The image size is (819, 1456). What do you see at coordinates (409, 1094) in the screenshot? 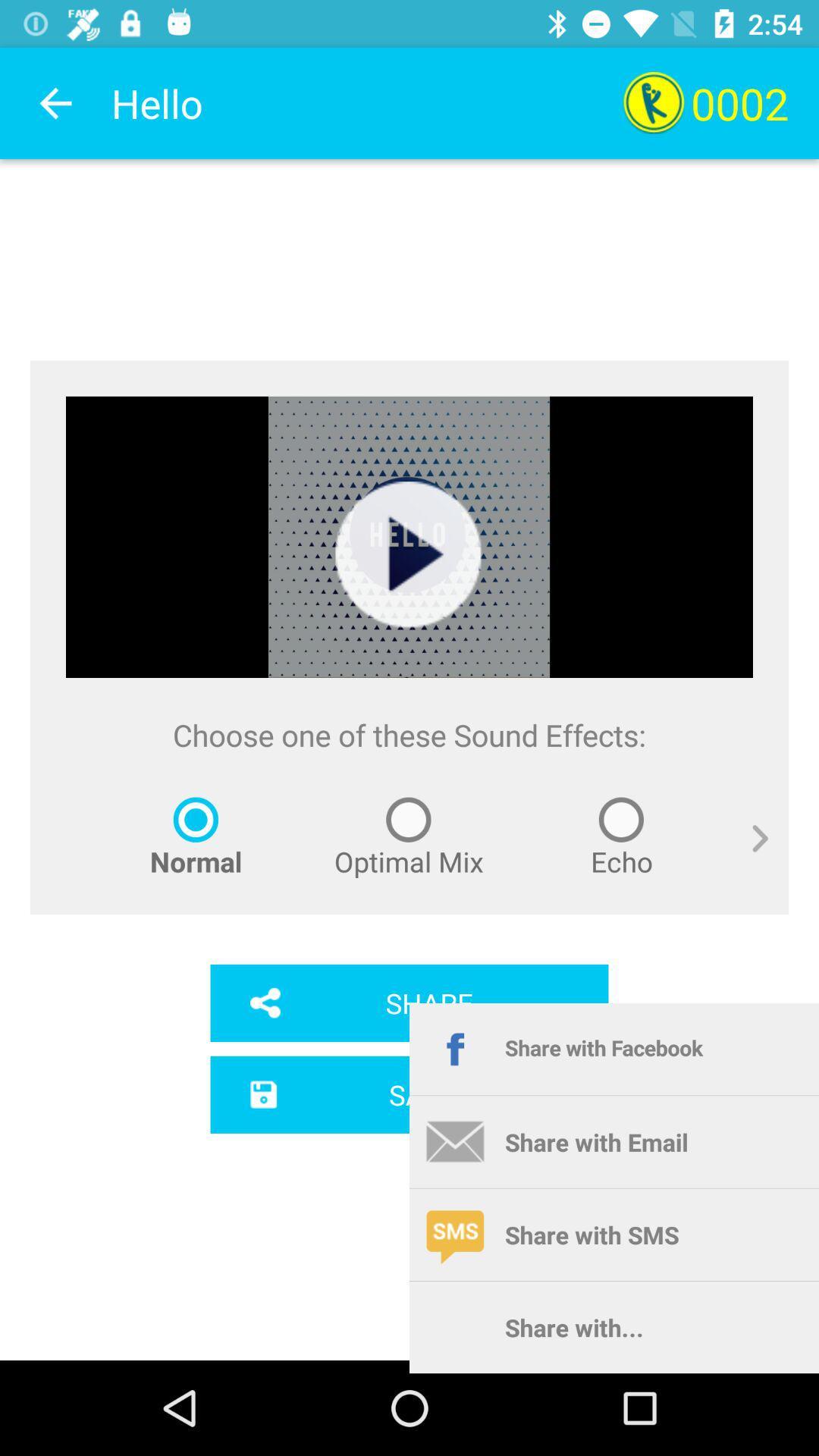
I see `app below the share icon` at bounding box center [409, 1094].